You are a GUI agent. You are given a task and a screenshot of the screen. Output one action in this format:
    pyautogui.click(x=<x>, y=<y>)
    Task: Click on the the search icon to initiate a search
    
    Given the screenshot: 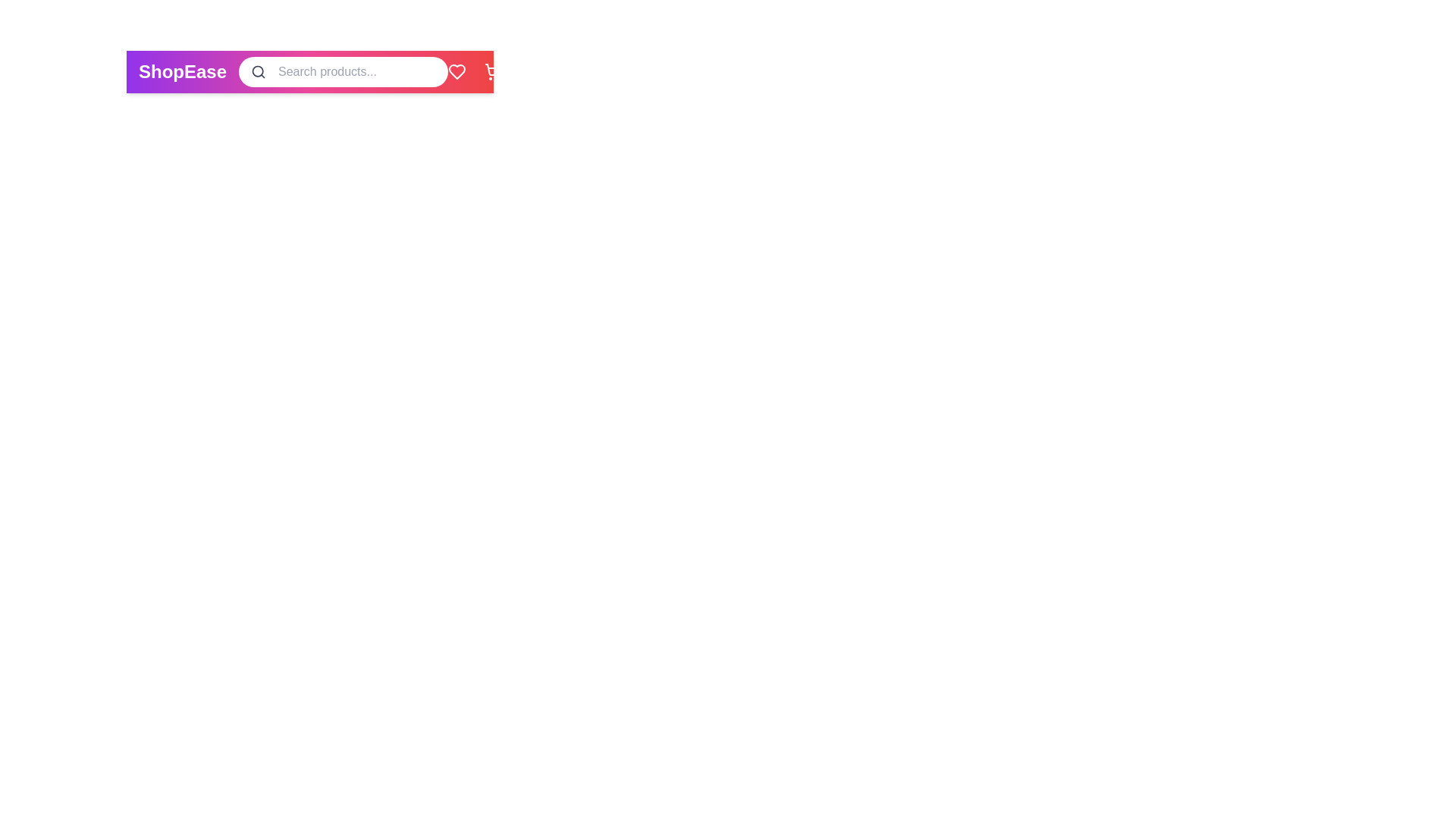 What is the action you would take?
    pyautogui.click(x=258, y=72)
    